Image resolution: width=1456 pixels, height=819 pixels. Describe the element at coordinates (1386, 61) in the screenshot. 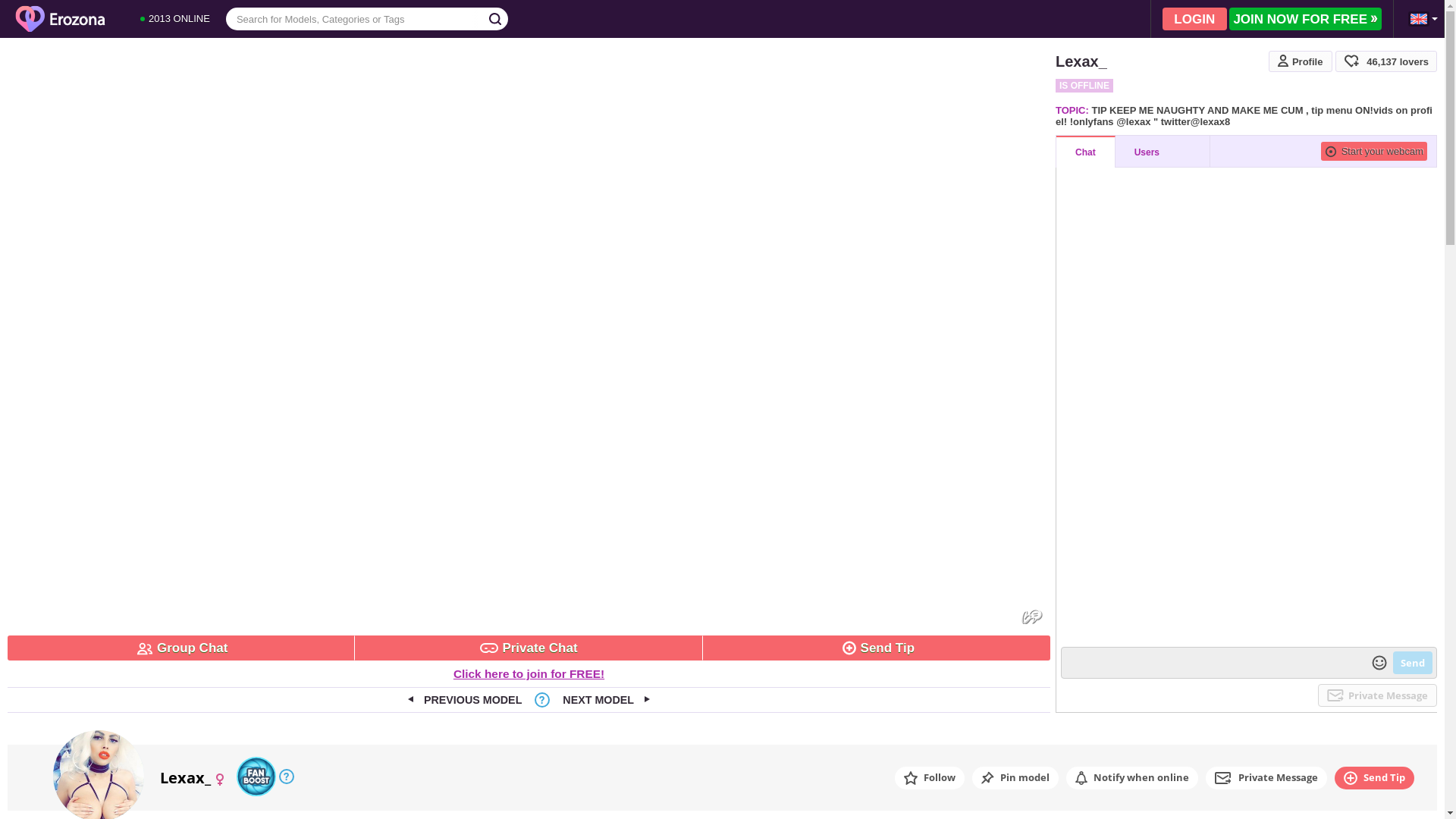

I see `'46,137 lovers'` at that location.